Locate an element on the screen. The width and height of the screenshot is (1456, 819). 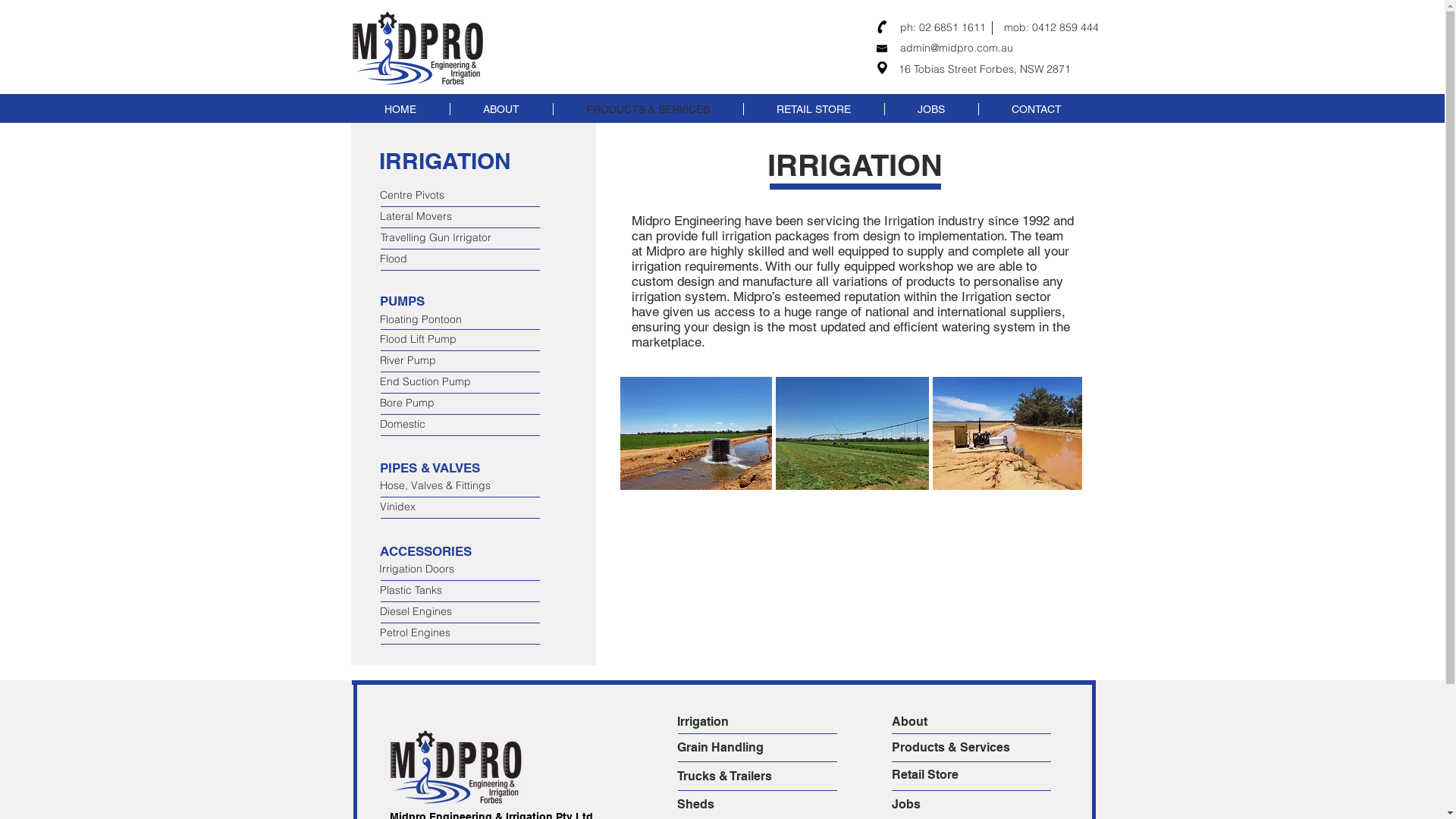
'Bore Pump' is located at coordinates (432, 403).